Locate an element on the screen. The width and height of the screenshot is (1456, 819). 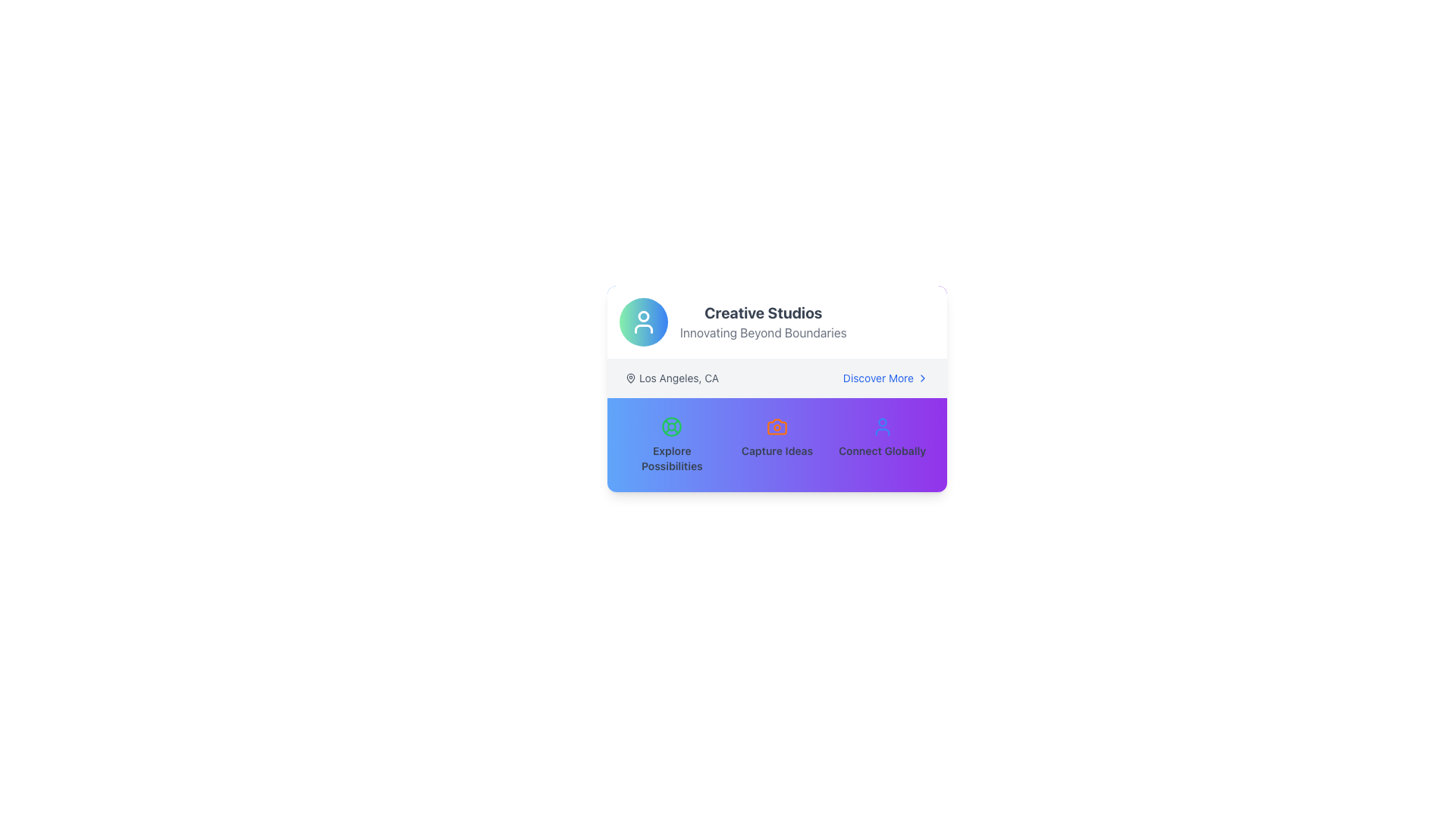
the SVG circle that represents the outermost layer of the life-buoy icon in the 'Explore Possibilities' section located in the bottom-left corner of the interface is located at coordinates (671, 427).